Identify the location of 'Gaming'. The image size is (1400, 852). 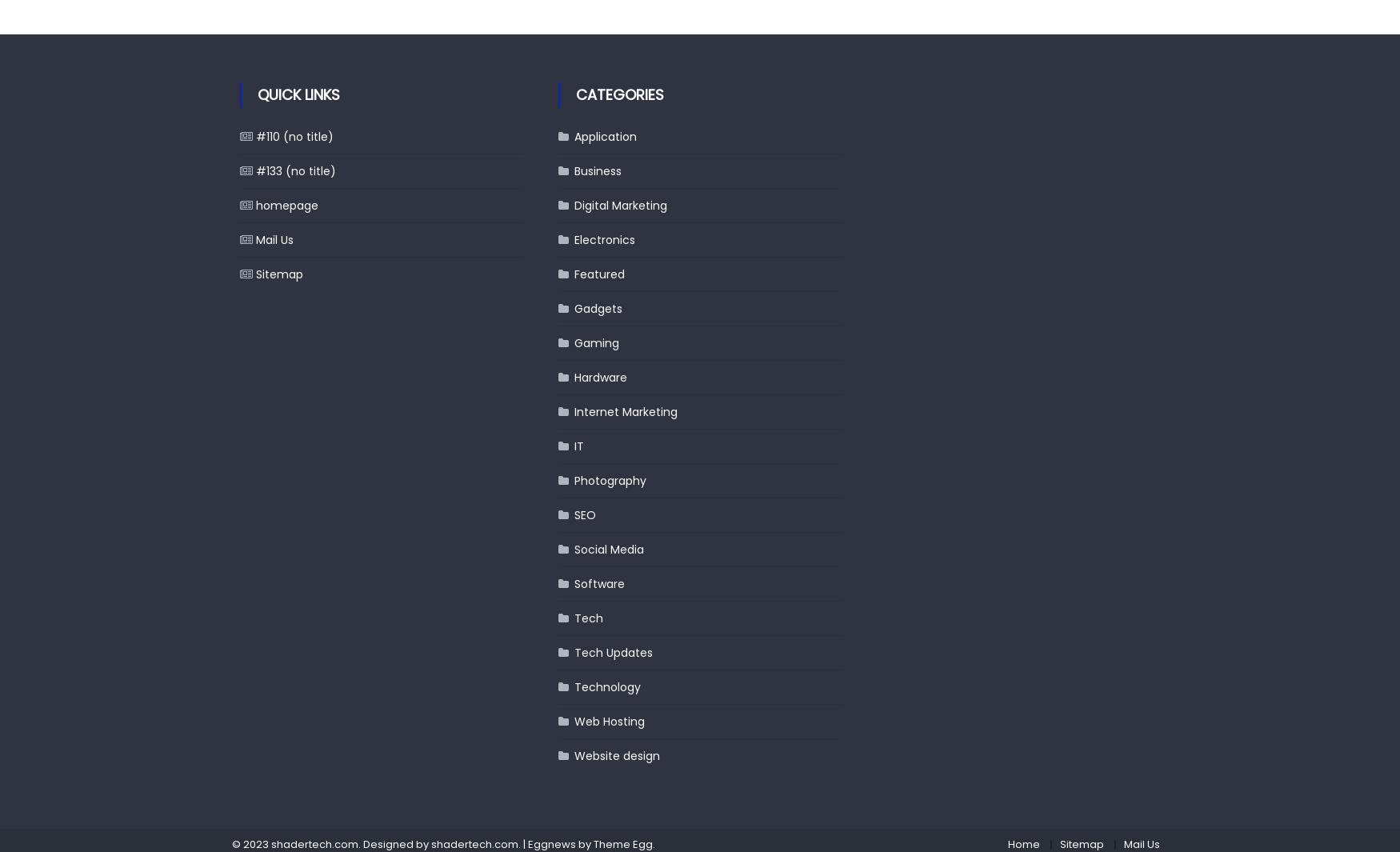
(597, 342).